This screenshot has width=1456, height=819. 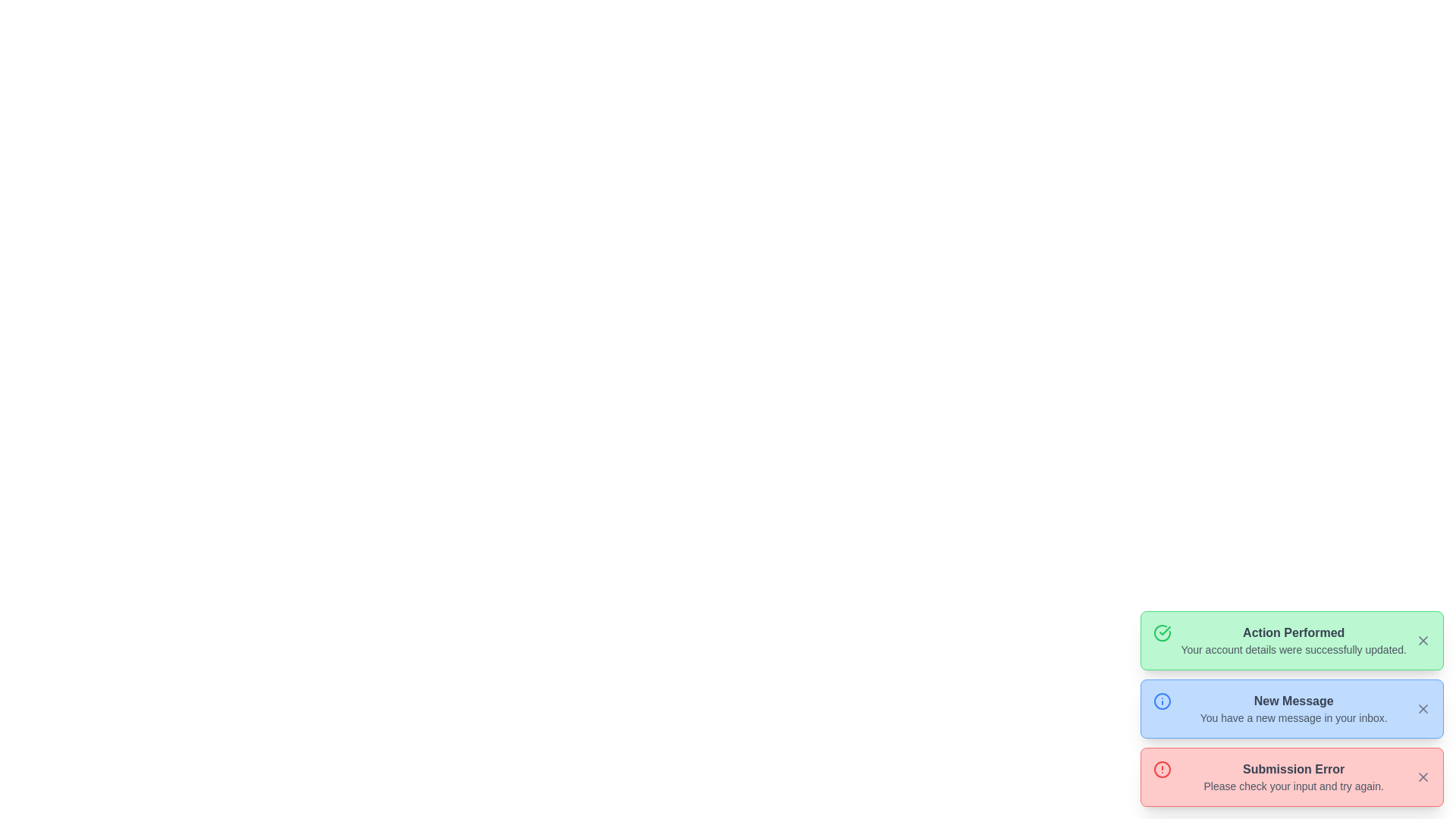 I want to click on the close button located at the top-right corner of the green notification box, so click(x=1422, y=640).